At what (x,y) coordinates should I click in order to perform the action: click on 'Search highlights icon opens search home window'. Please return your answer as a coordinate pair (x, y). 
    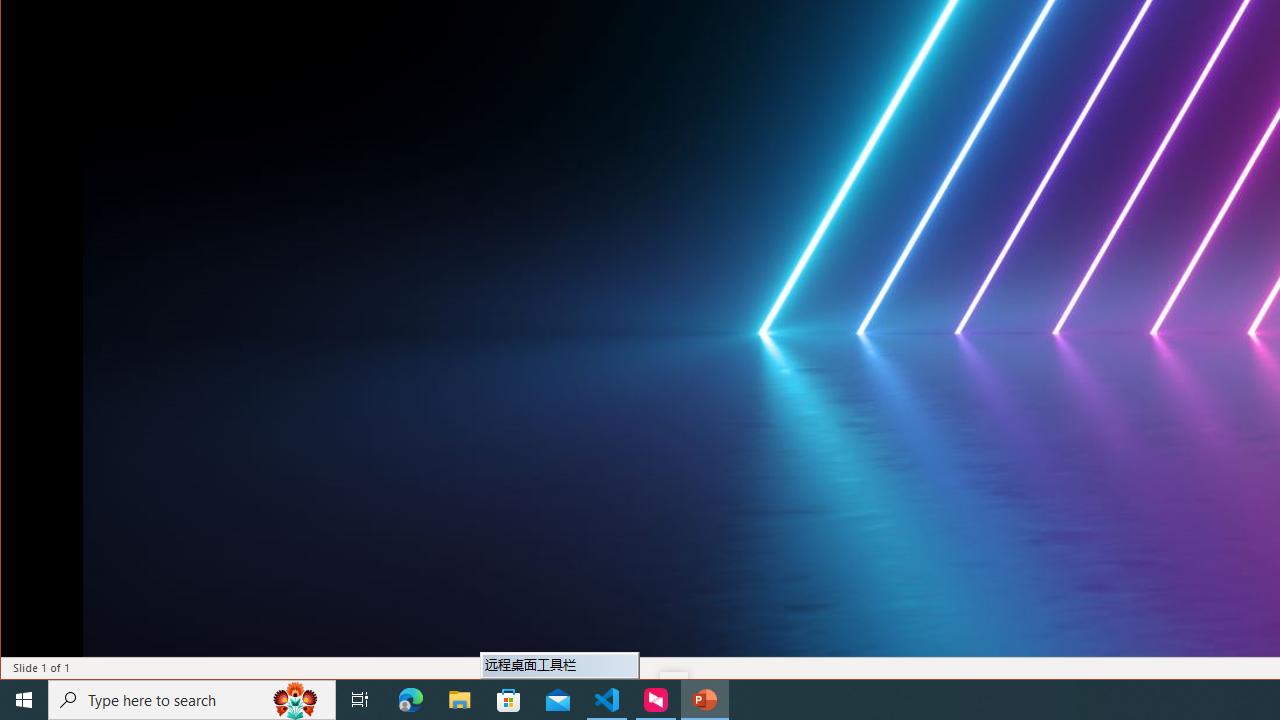
    Looking at the image, I should click on (294, 698).